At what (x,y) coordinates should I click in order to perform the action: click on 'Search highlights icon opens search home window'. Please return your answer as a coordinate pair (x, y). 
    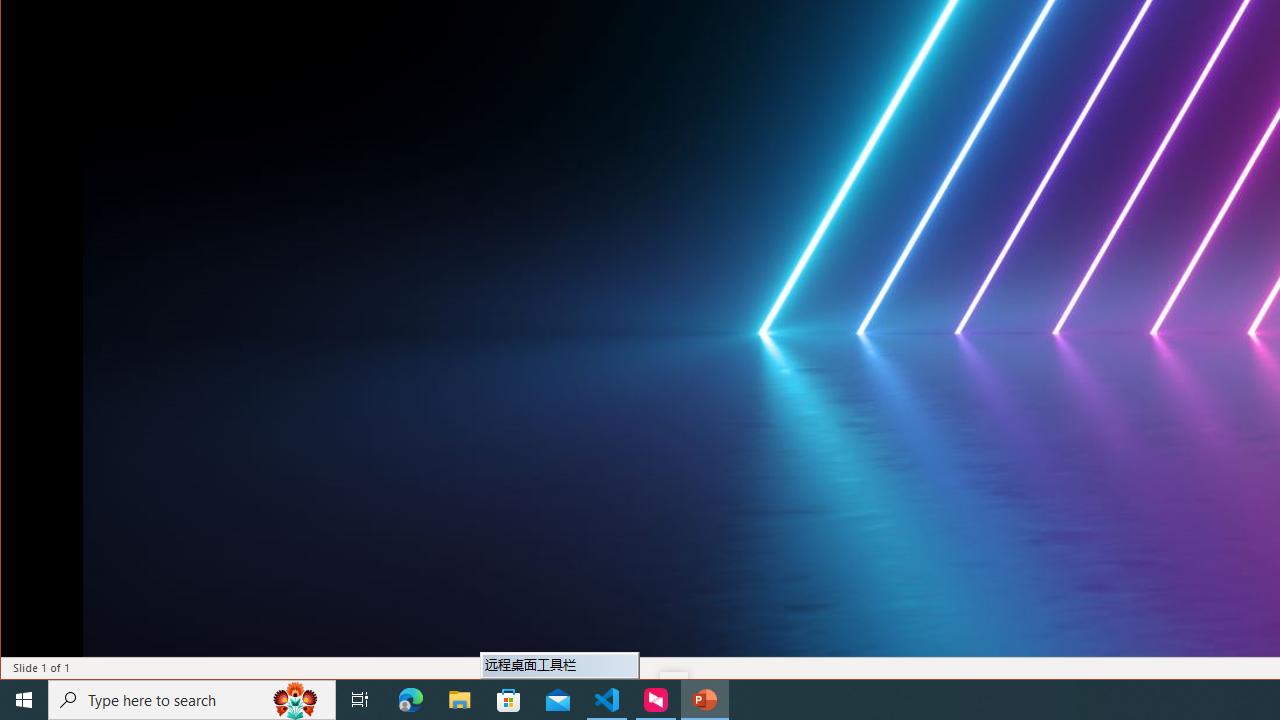
    Looking at the image, I should click on (294, 698).